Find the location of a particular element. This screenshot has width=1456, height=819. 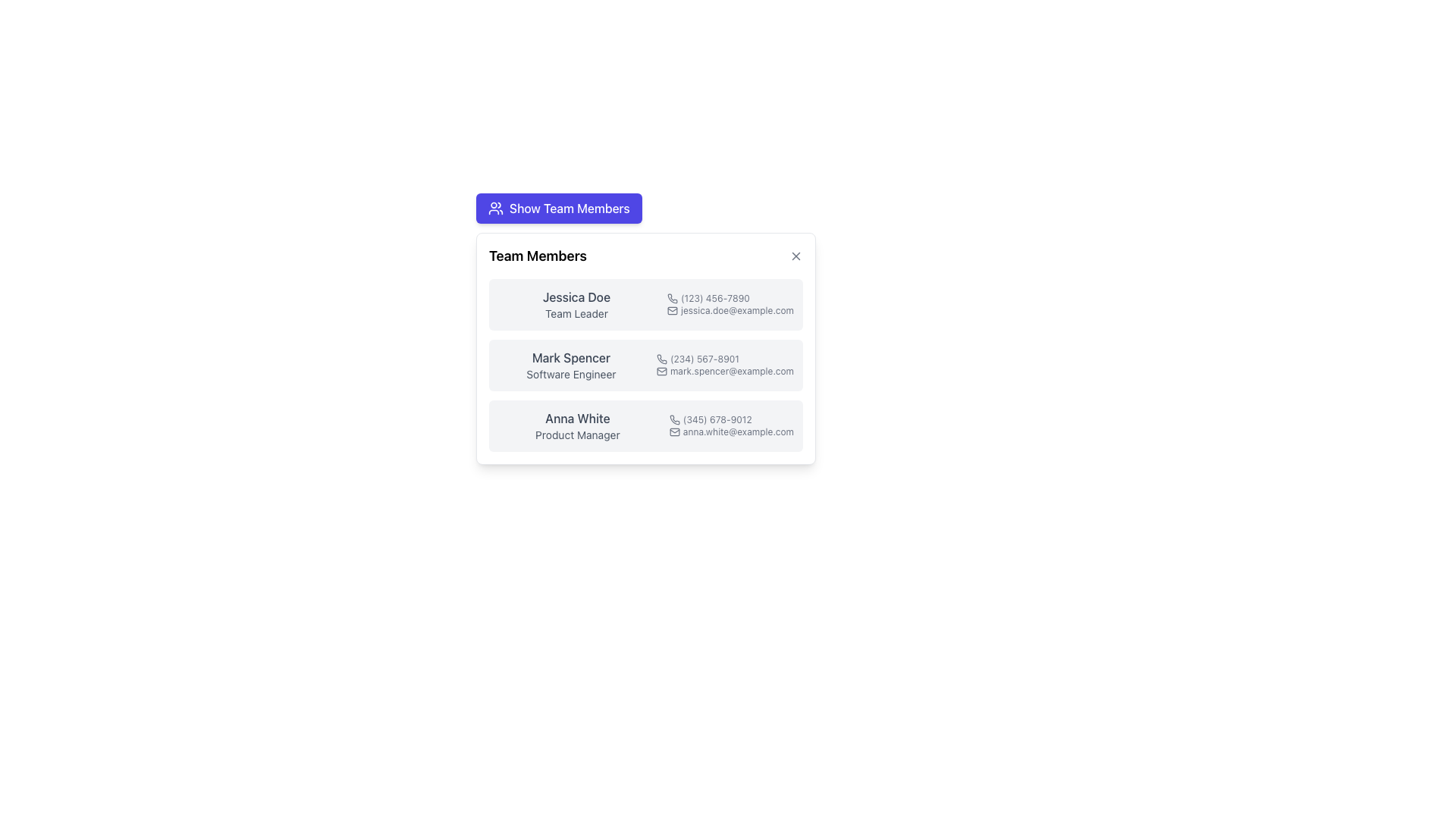

the minimalist black outline phone icon located beside the phone number '(123) 456-7890' in the first row of the team members' contact list is located at coordinates (672, 298).